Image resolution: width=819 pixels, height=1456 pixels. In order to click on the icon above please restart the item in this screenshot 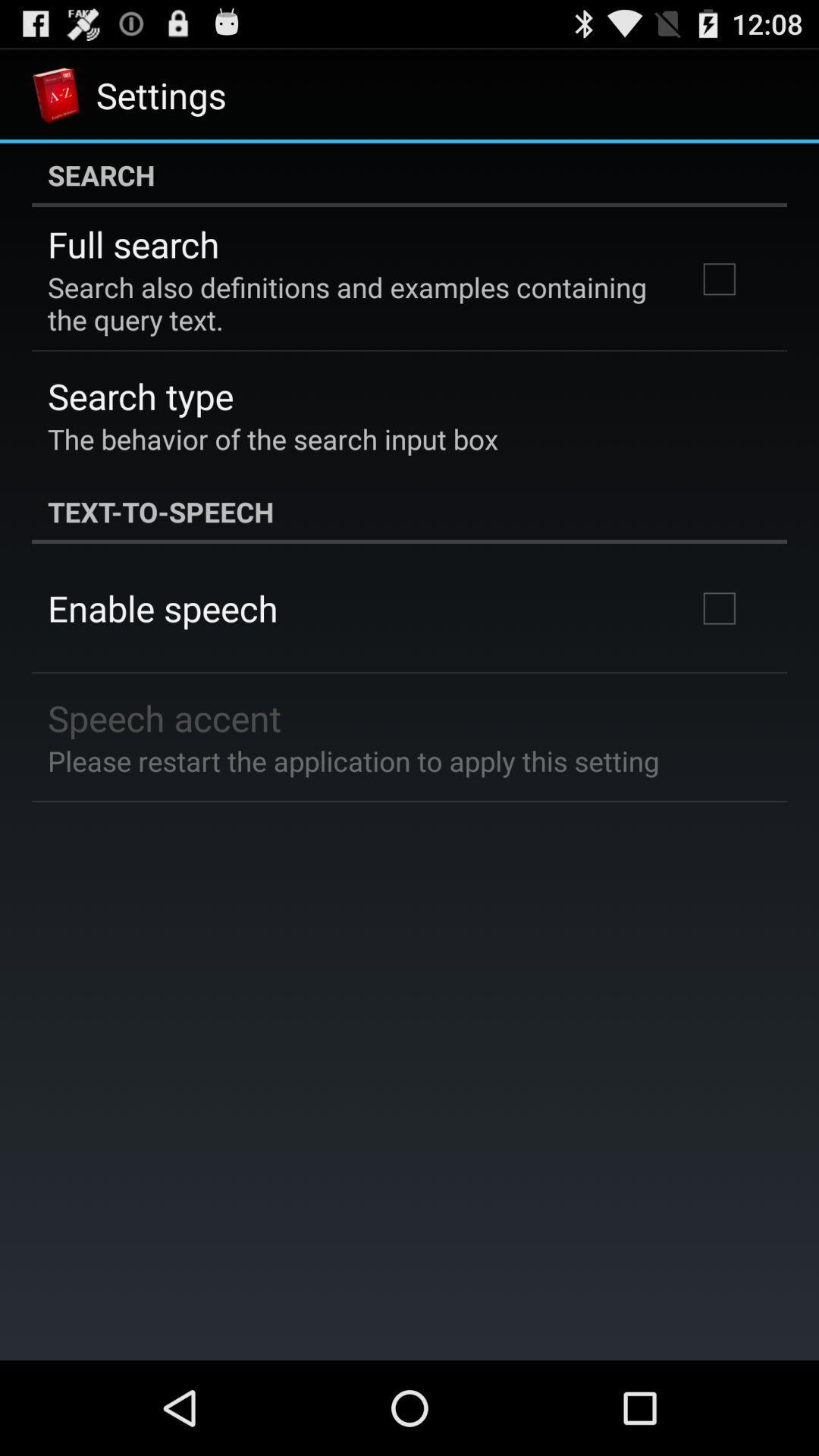, I will do `click(165, 717)`.